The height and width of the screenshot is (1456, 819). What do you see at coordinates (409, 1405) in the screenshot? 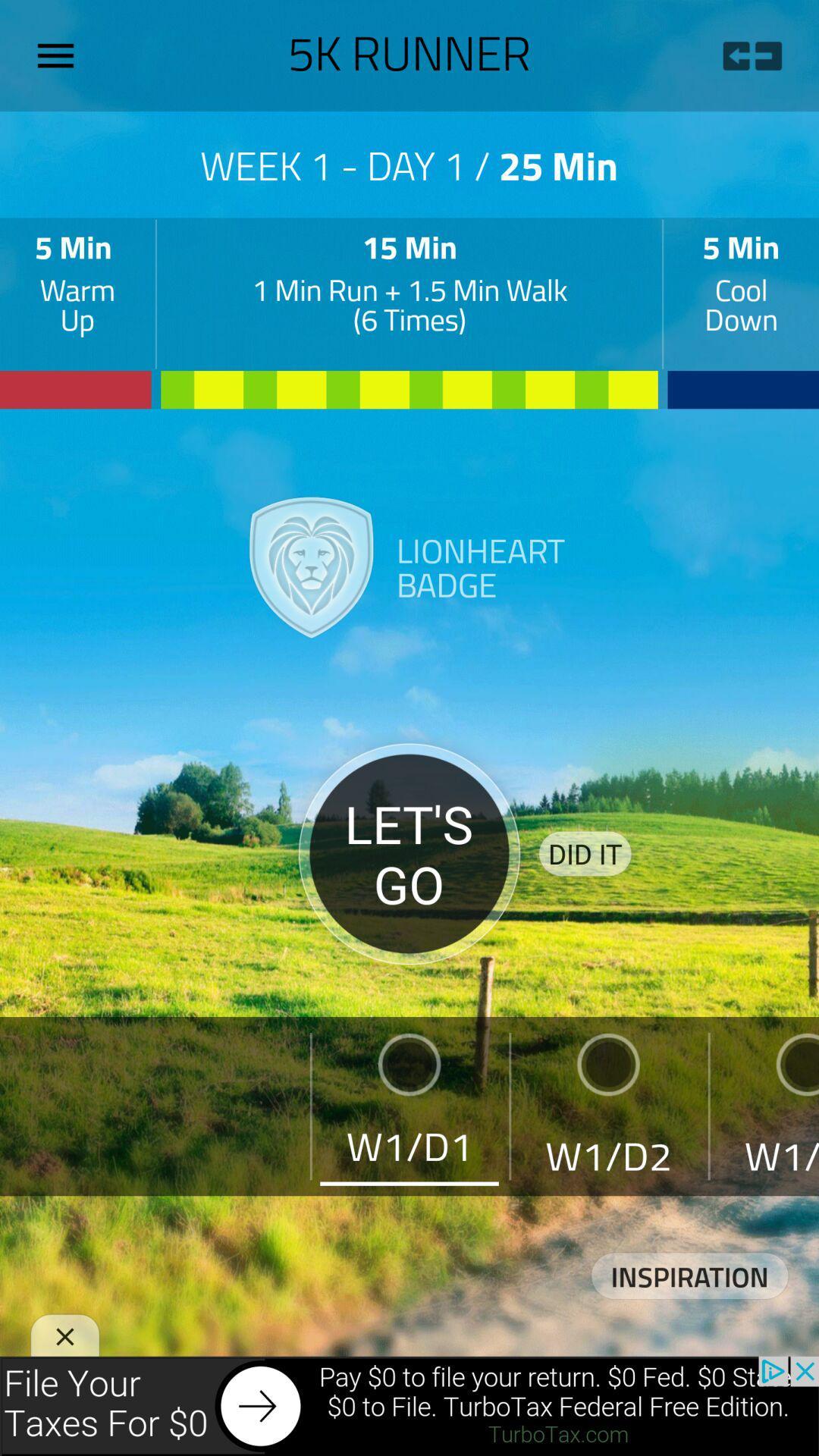
I see `advertisement area` at bounding box center [409, 1405].